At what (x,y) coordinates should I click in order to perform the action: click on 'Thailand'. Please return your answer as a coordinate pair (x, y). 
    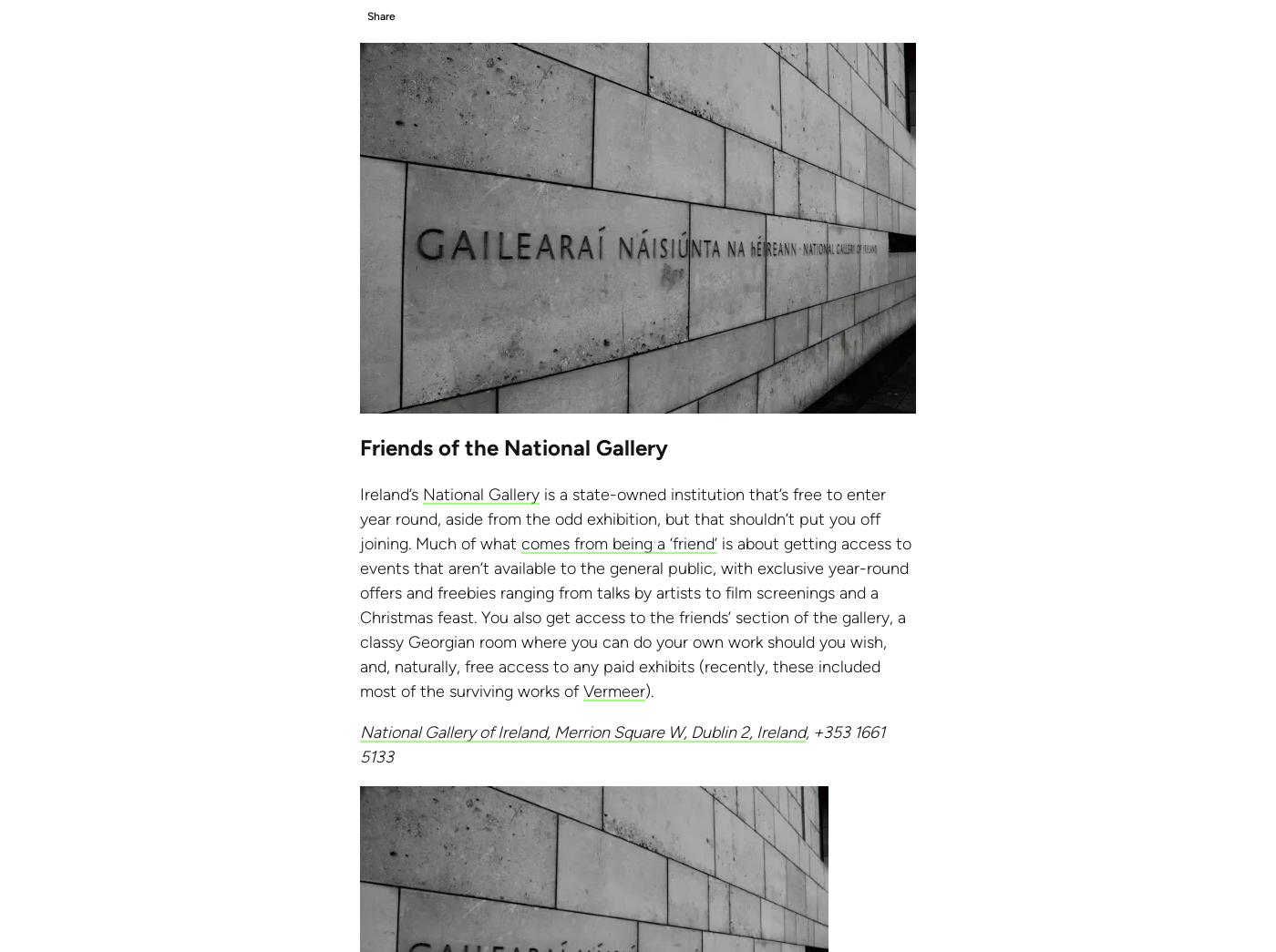
    Looking at the image, I should click on (102, 42).